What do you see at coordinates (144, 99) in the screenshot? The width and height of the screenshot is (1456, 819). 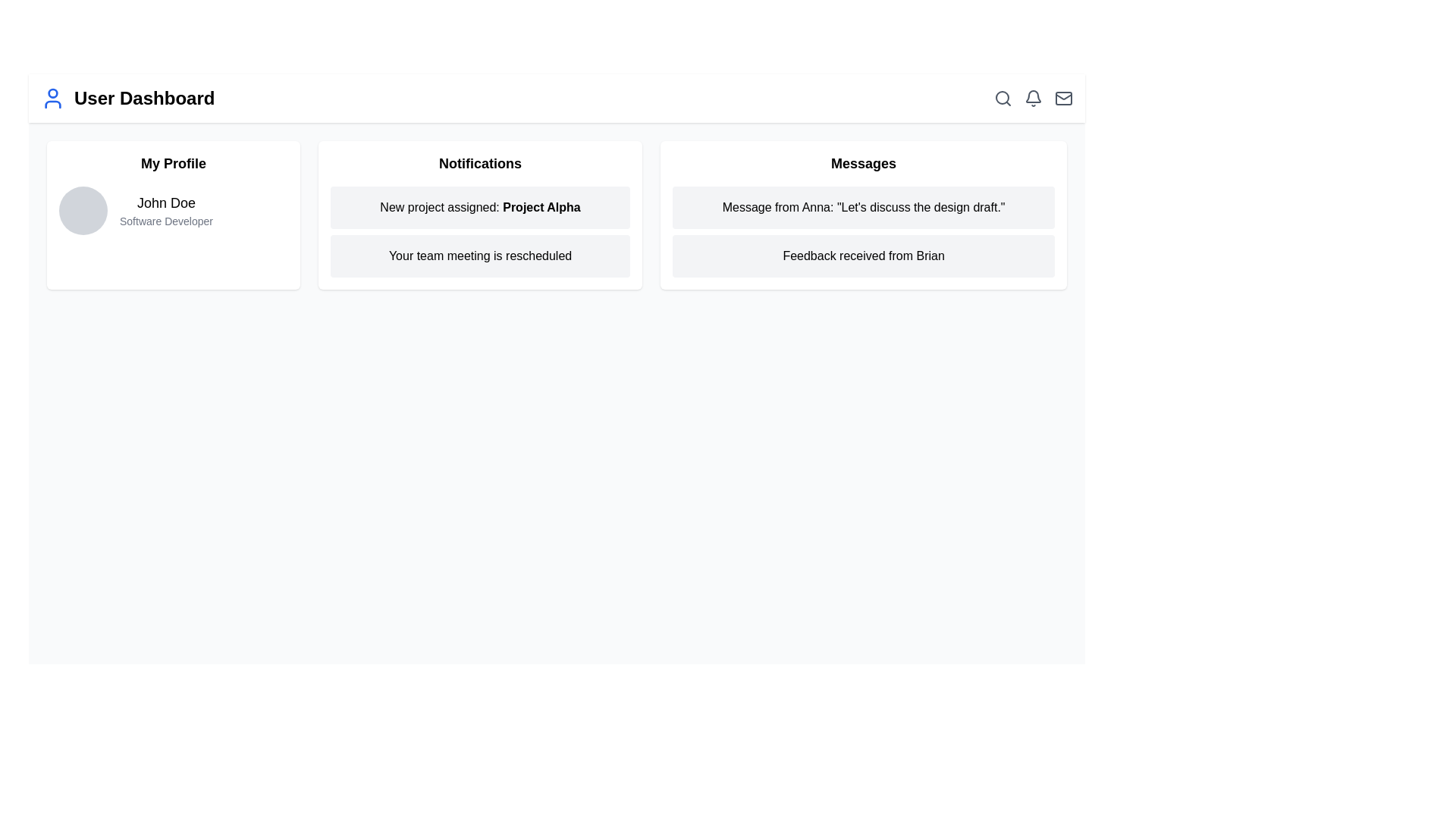 I see `text label indicating the 'User Dashboard' page located at the top left corner of the interface, adjacent to the user icon` at bounding box center [144, 99].